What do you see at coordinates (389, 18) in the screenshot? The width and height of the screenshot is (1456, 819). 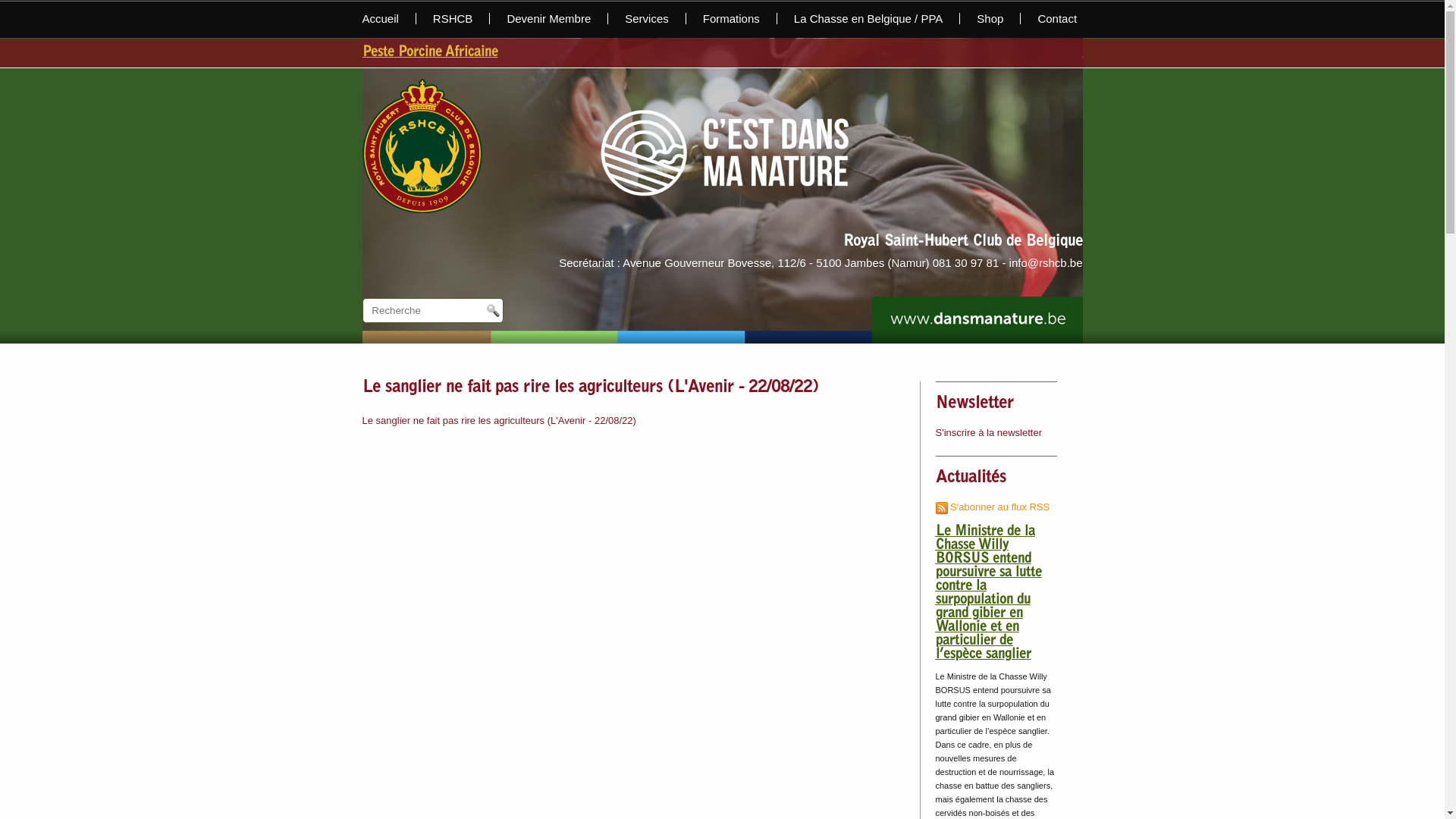 I see `'Accueil'` at bounding box center [389, 18].